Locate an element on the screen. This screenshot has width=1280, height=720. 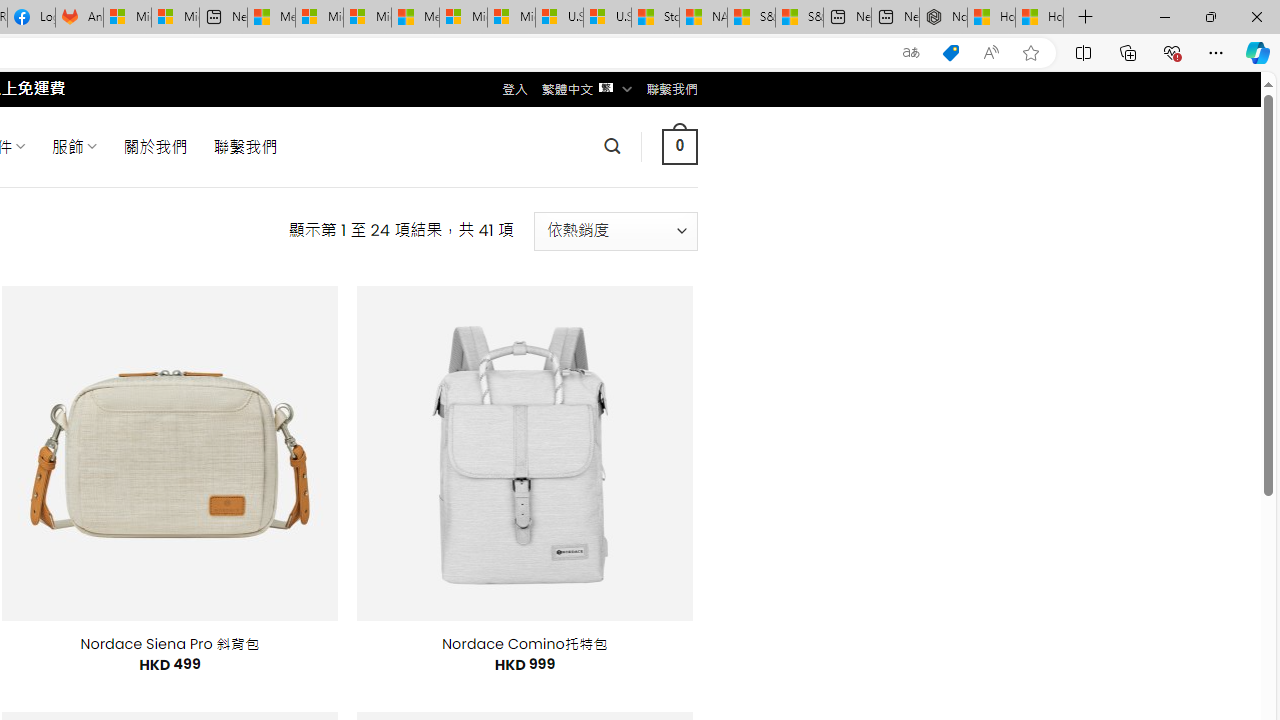
'  0  ' is located at coordinates (679, 145).